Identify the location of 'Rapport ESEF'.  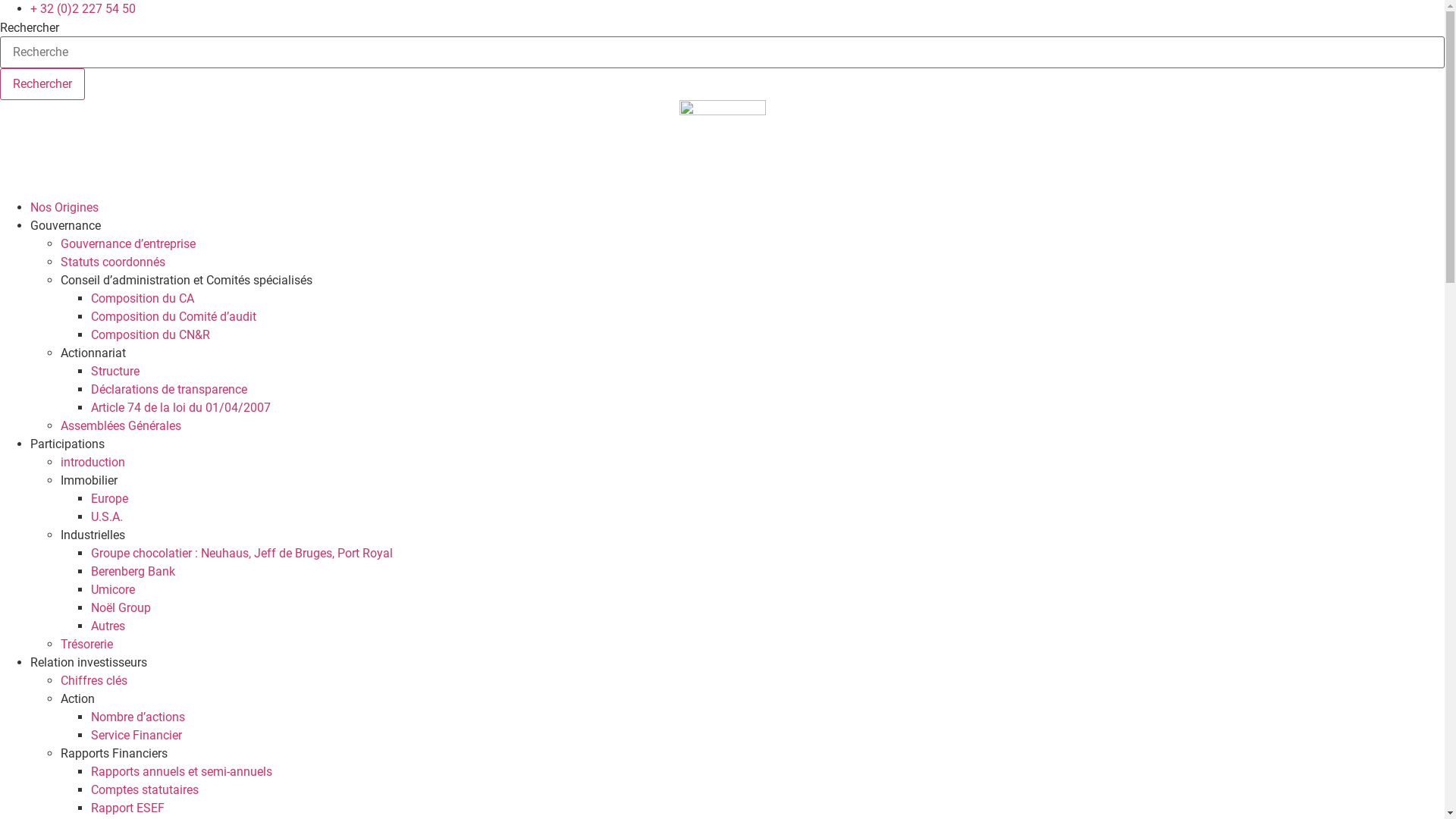
(127, 807).